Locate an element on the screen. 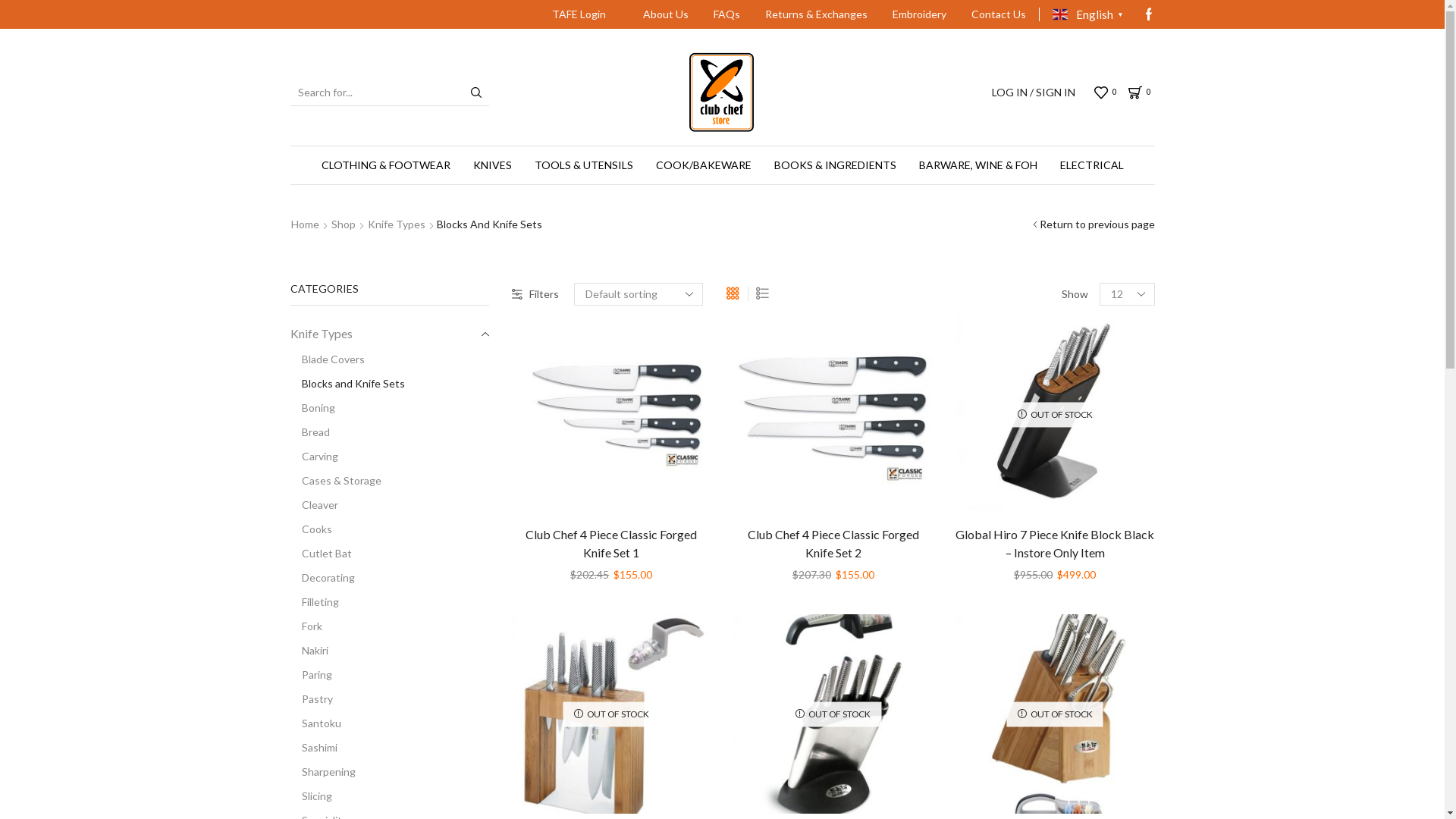 The width and height of the screenshot is (1456, 819). 'Log in' is located at coordinates (858, 339).